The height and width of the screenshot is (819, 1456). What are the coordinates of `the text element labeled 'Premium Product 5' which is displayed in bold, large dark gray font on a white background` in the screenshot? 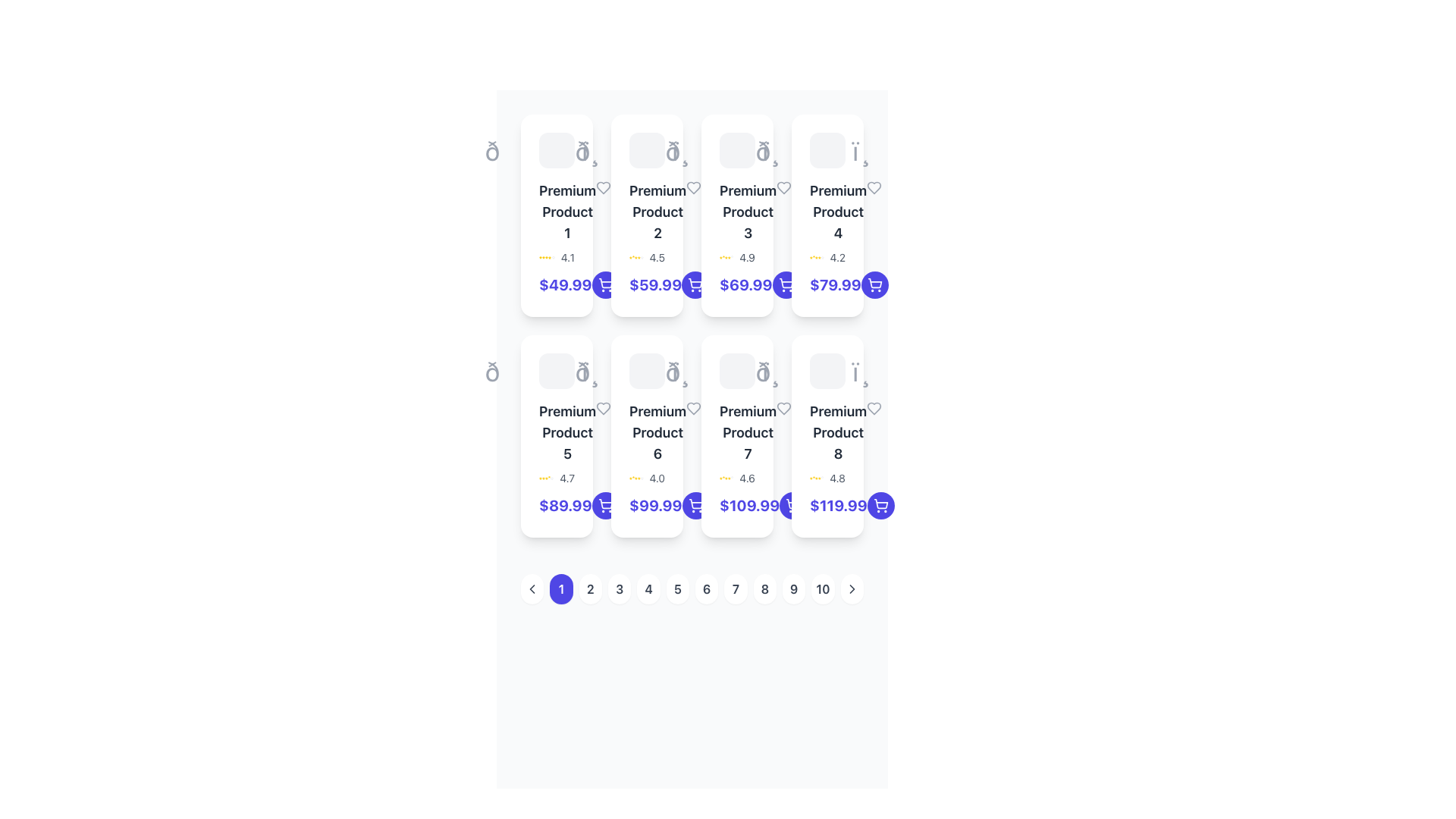 It's located at (566, 432).